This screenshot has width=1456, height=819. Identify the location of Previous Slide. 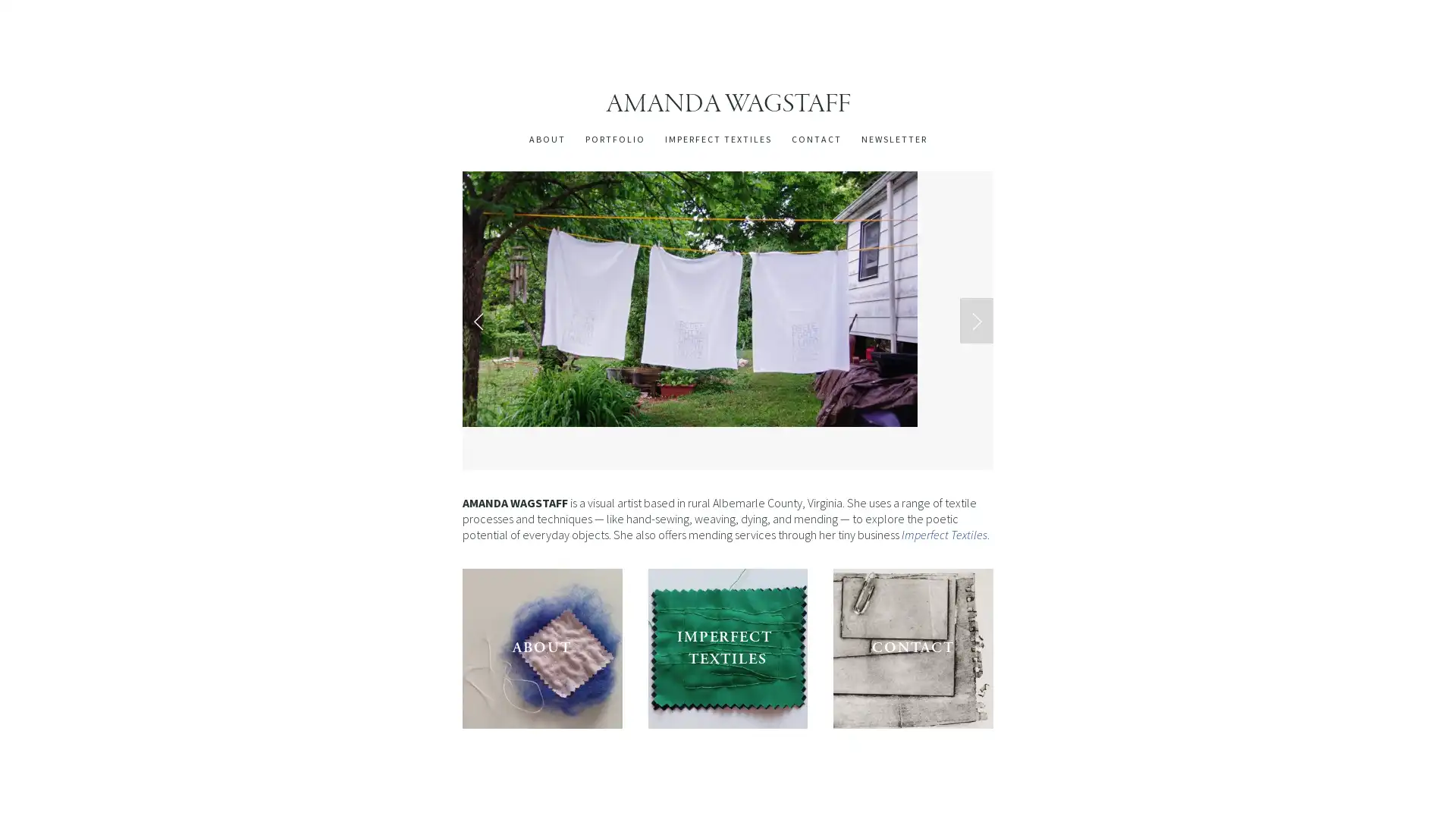
(479, 318).